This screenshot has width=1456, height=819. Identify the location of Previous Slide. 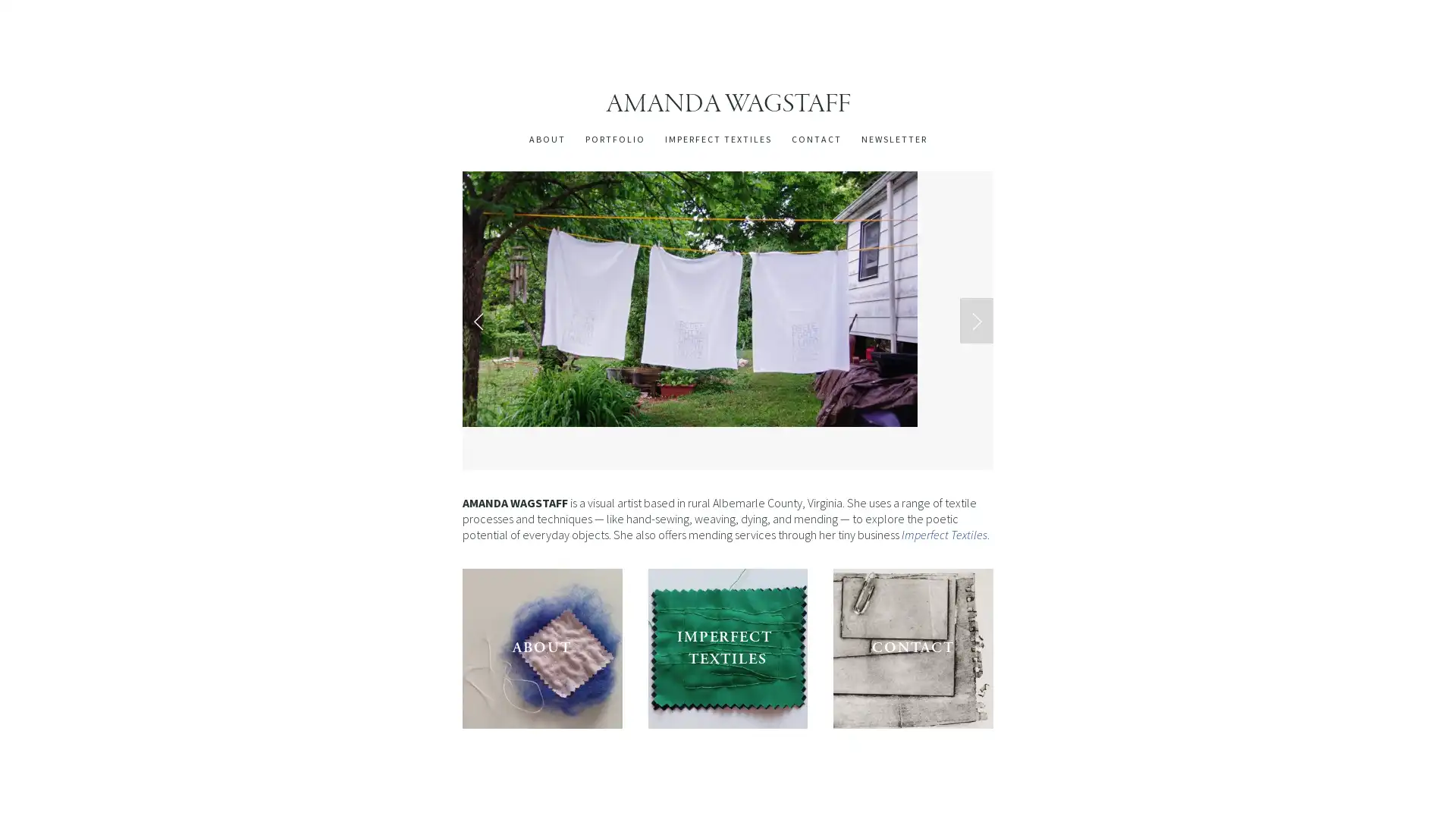
(479, 318).